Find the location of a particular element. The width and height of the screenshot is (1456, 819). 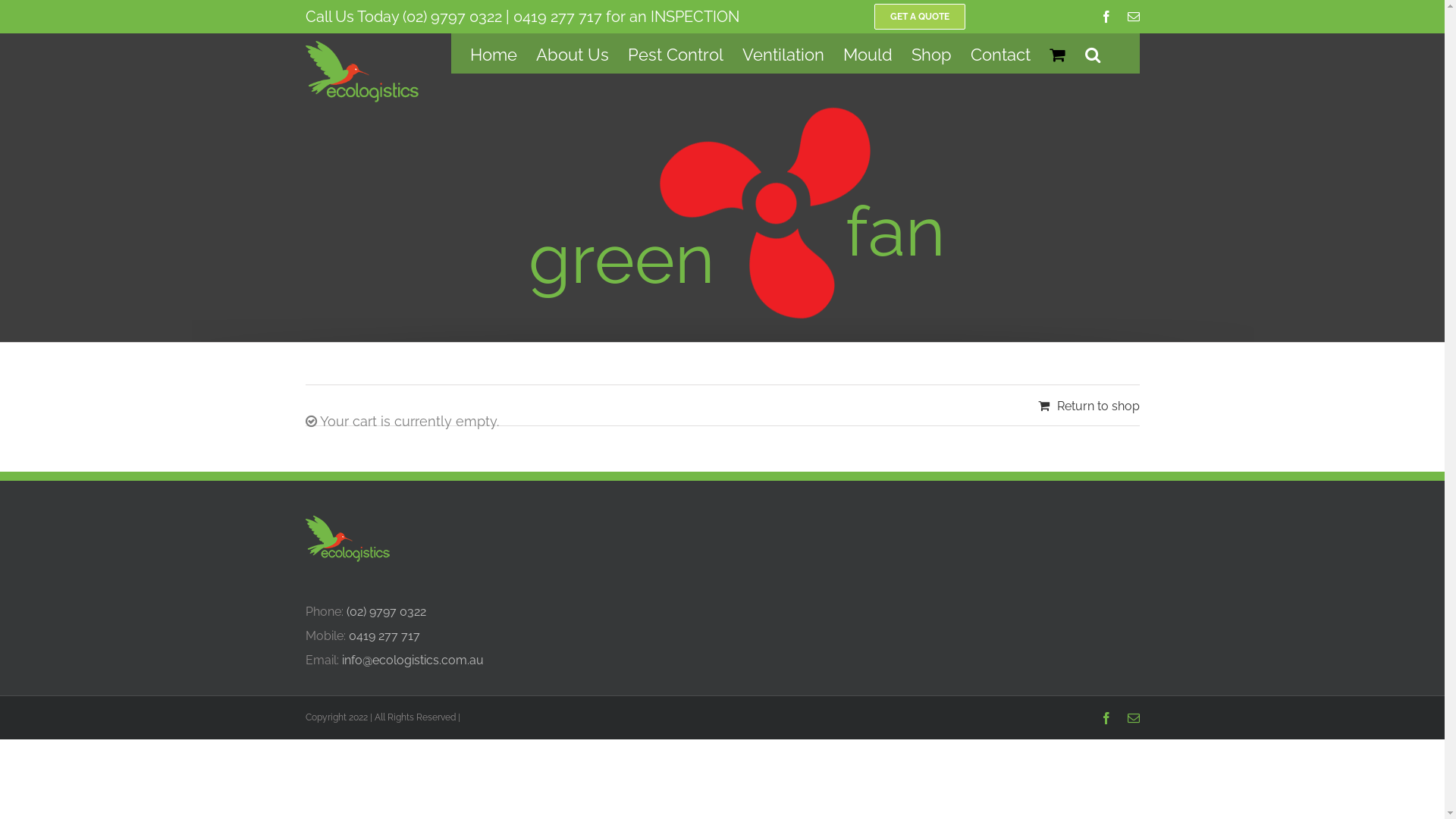

'Home' is located at coordinates (494, 52).